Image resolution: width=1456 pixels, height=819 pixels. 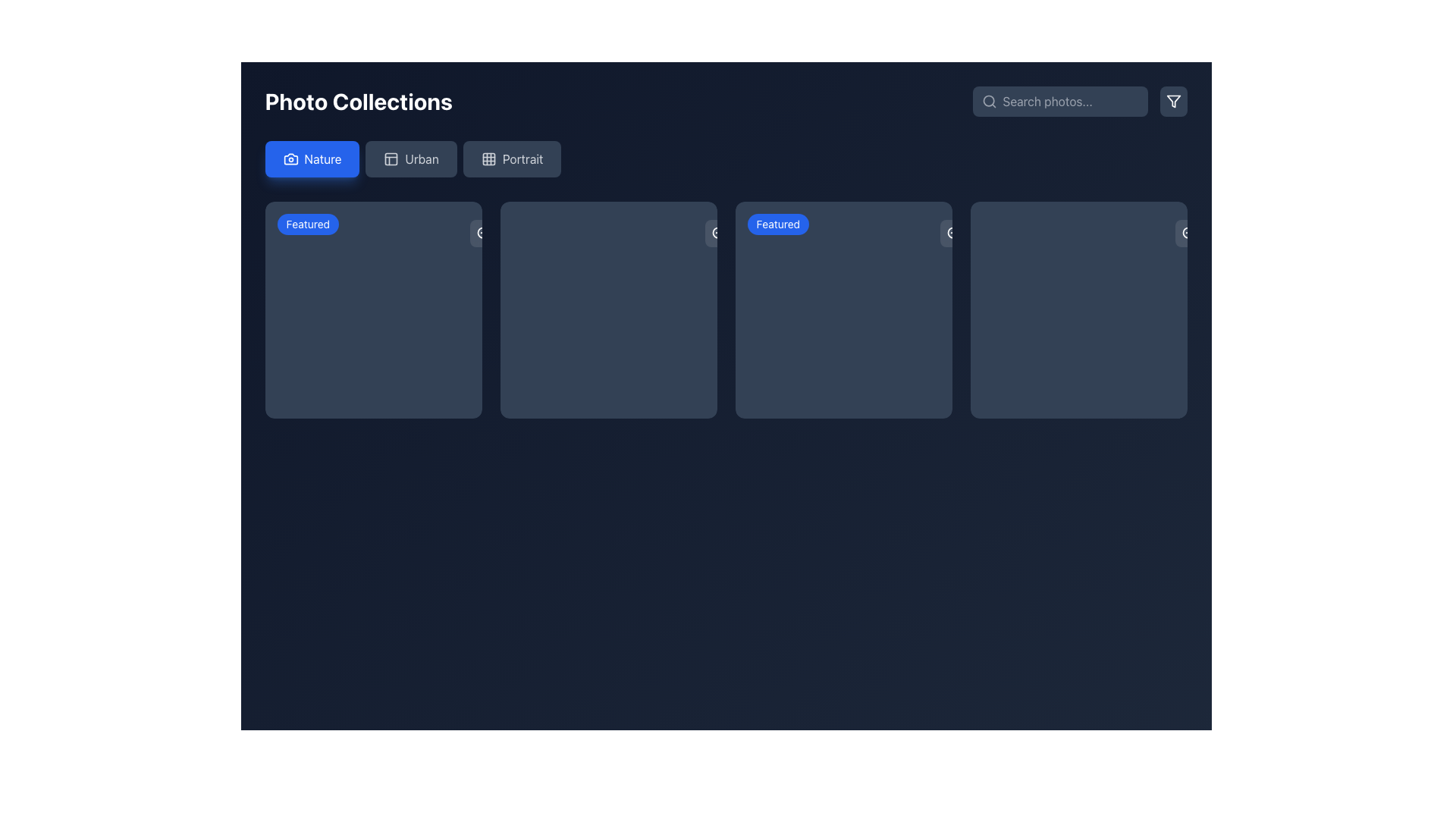 What do you see at coordinates (759, 231) in the screenshot?
I see `the 'Featured' badge located in the top-right corner of the second photo card from the left in a grid layout` at bounding box center [759, 231].